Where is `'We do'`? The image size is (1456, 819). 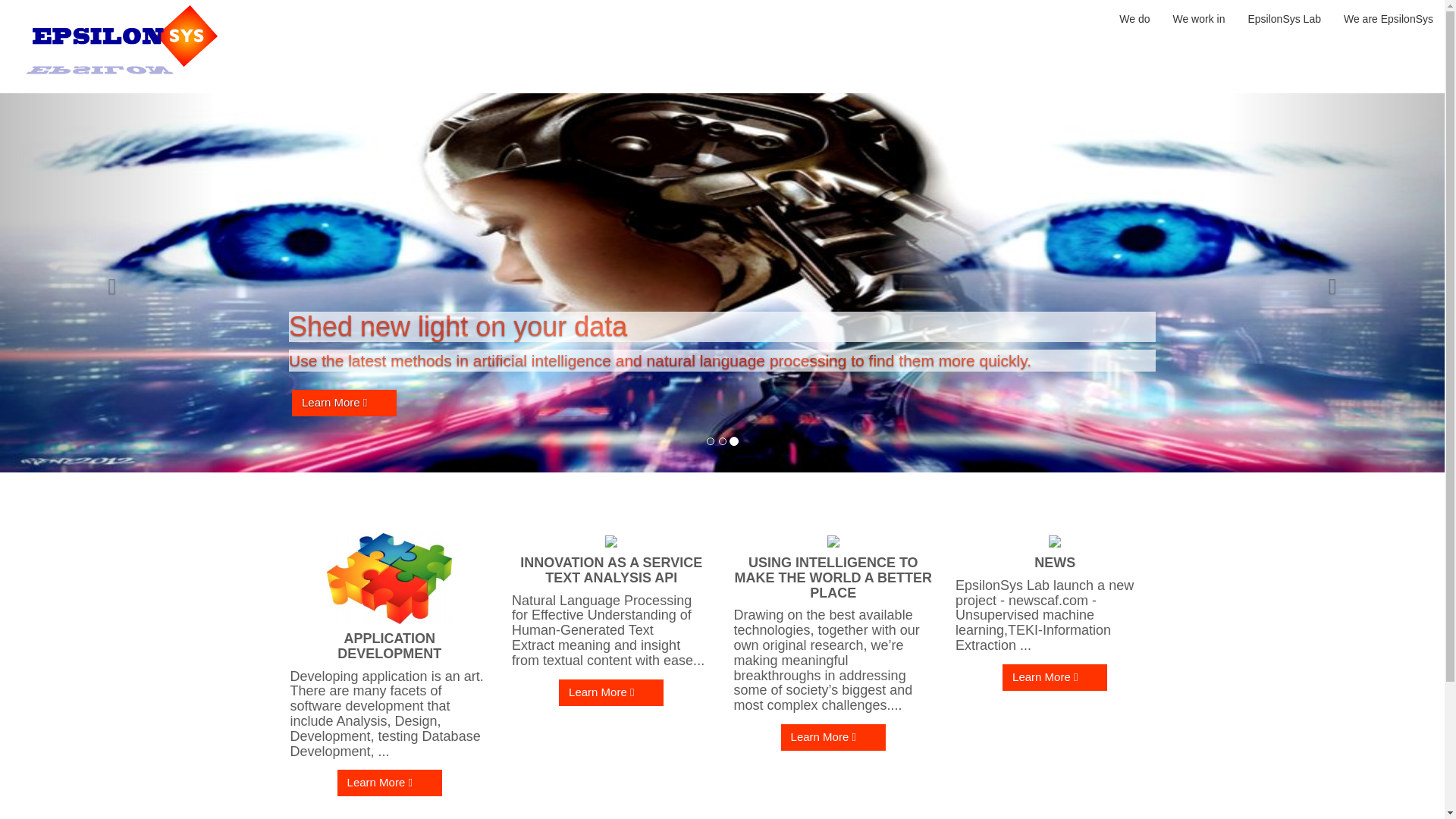 'We do' is located at coordinates (1134, 18).